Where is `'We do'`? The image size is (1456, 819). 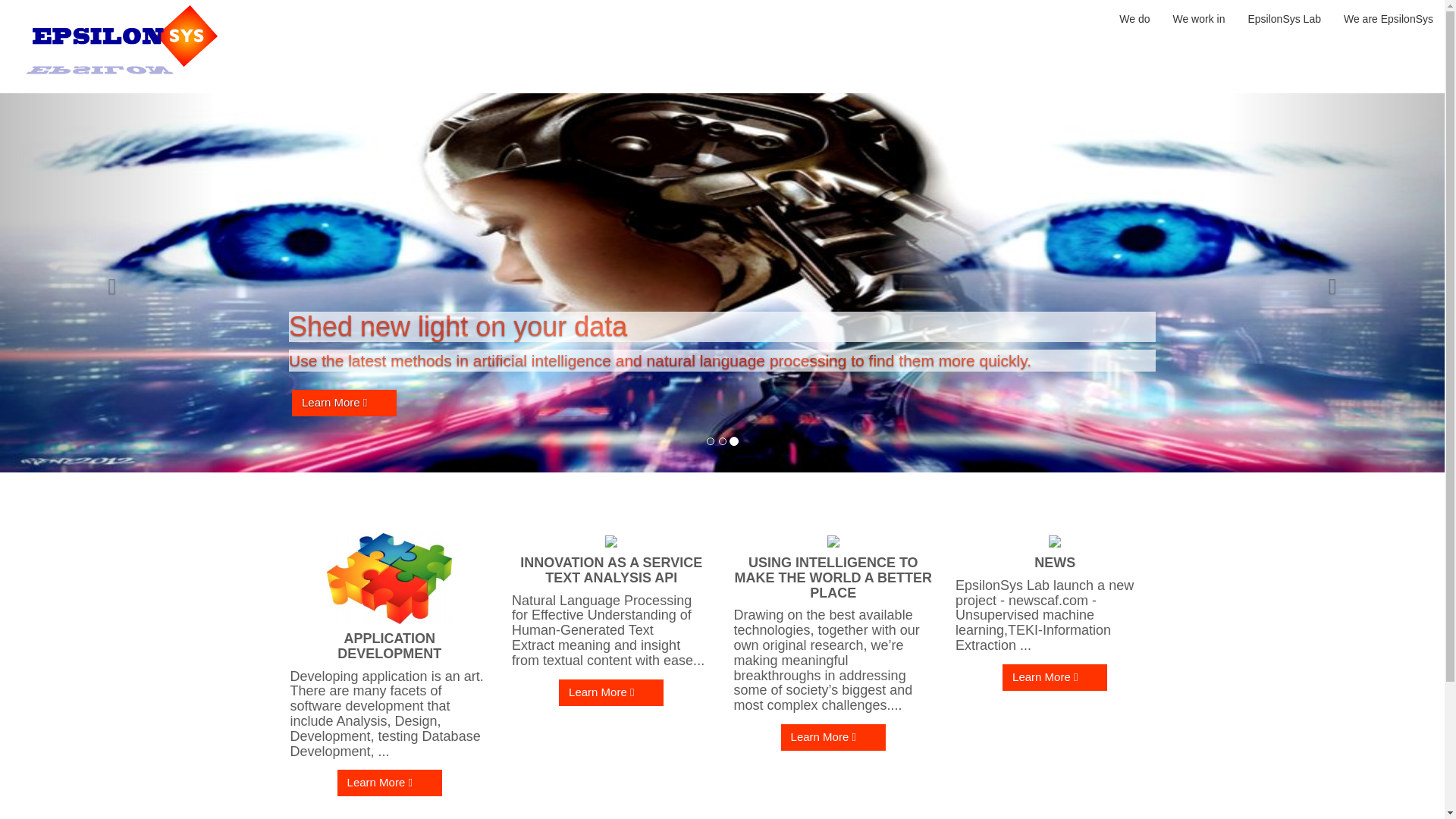 'We do' is located at coordinates (1134, 18).